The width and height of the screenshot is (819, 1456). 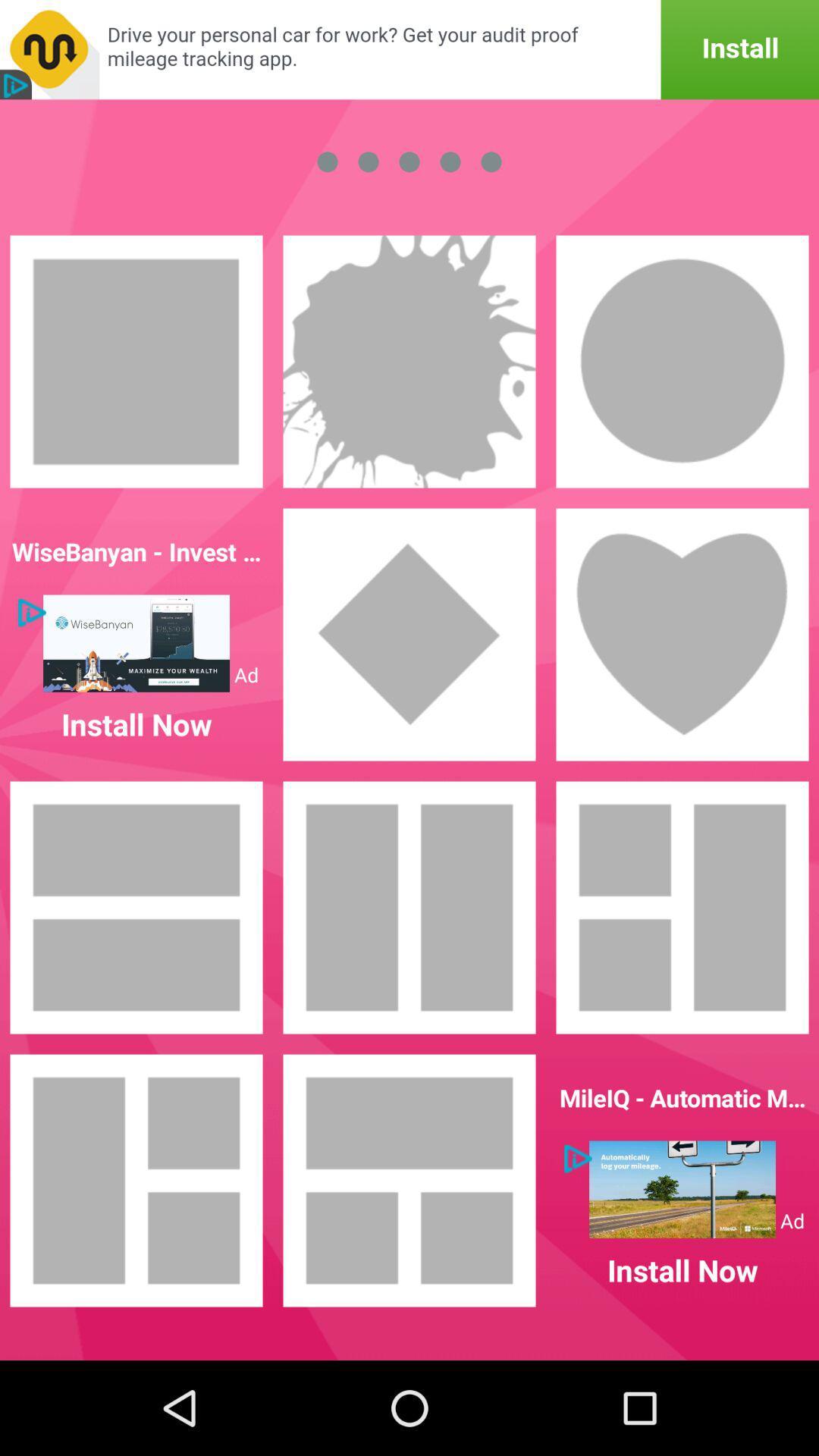 What do you see at coordinates (681, 634) in the screenshot?
I see `choose heart layout` at bounding box center [681, 634].